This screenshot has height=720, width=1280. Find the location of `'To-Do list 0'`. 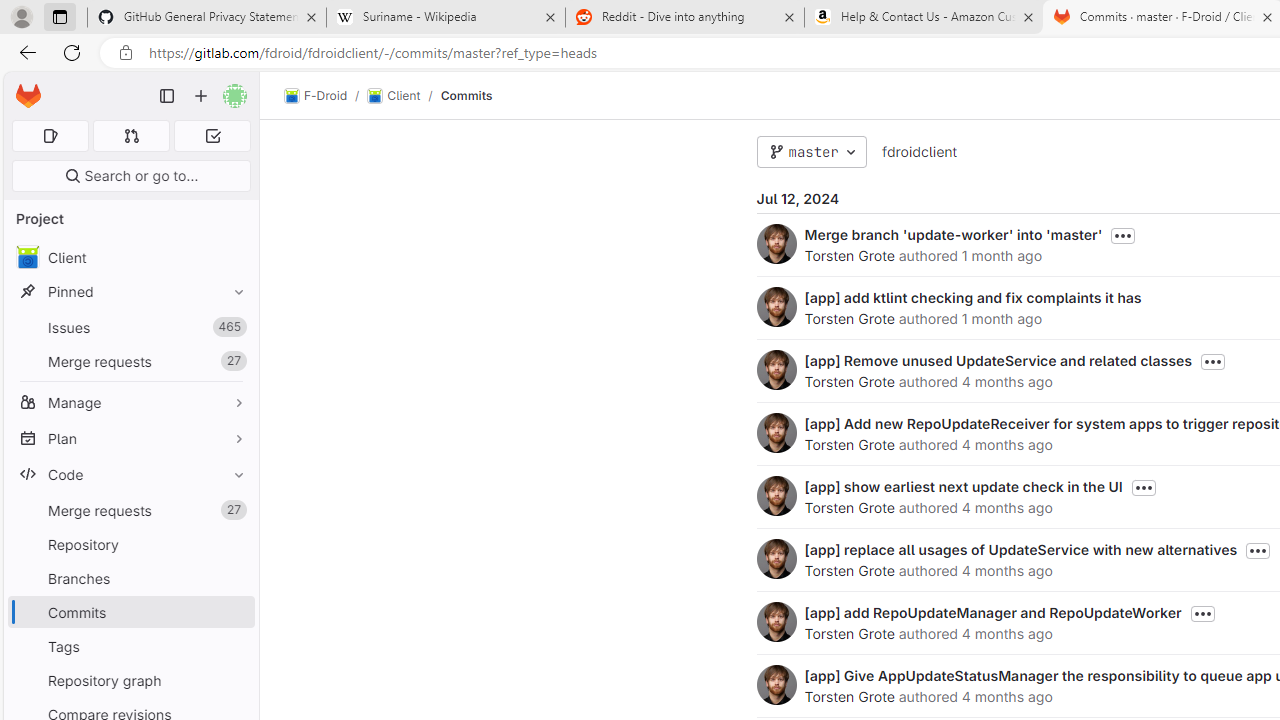

'To-Do list 0' is located at coordinates (212, 135).